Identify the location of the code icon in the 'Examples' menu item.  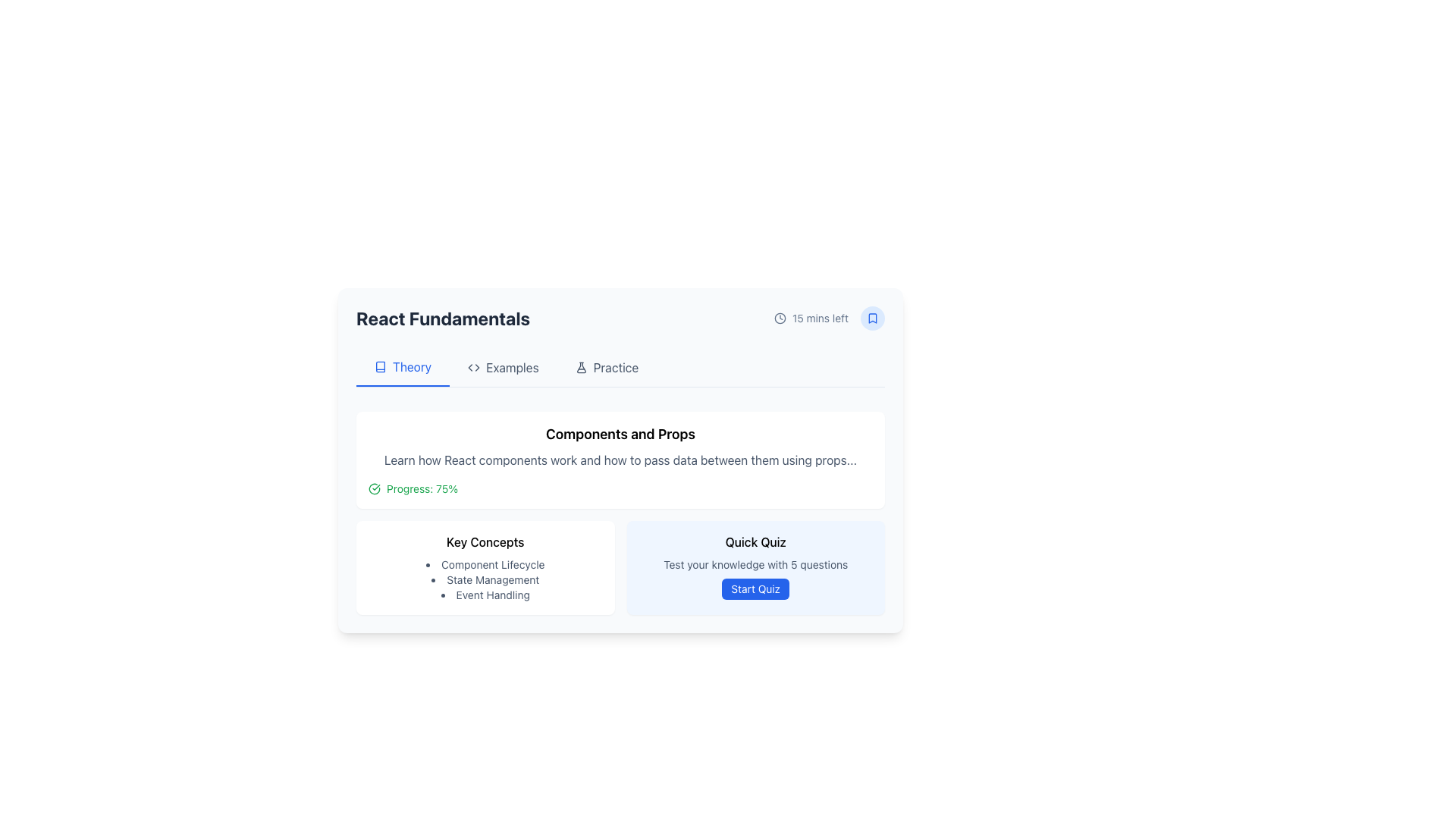
(473, 368).